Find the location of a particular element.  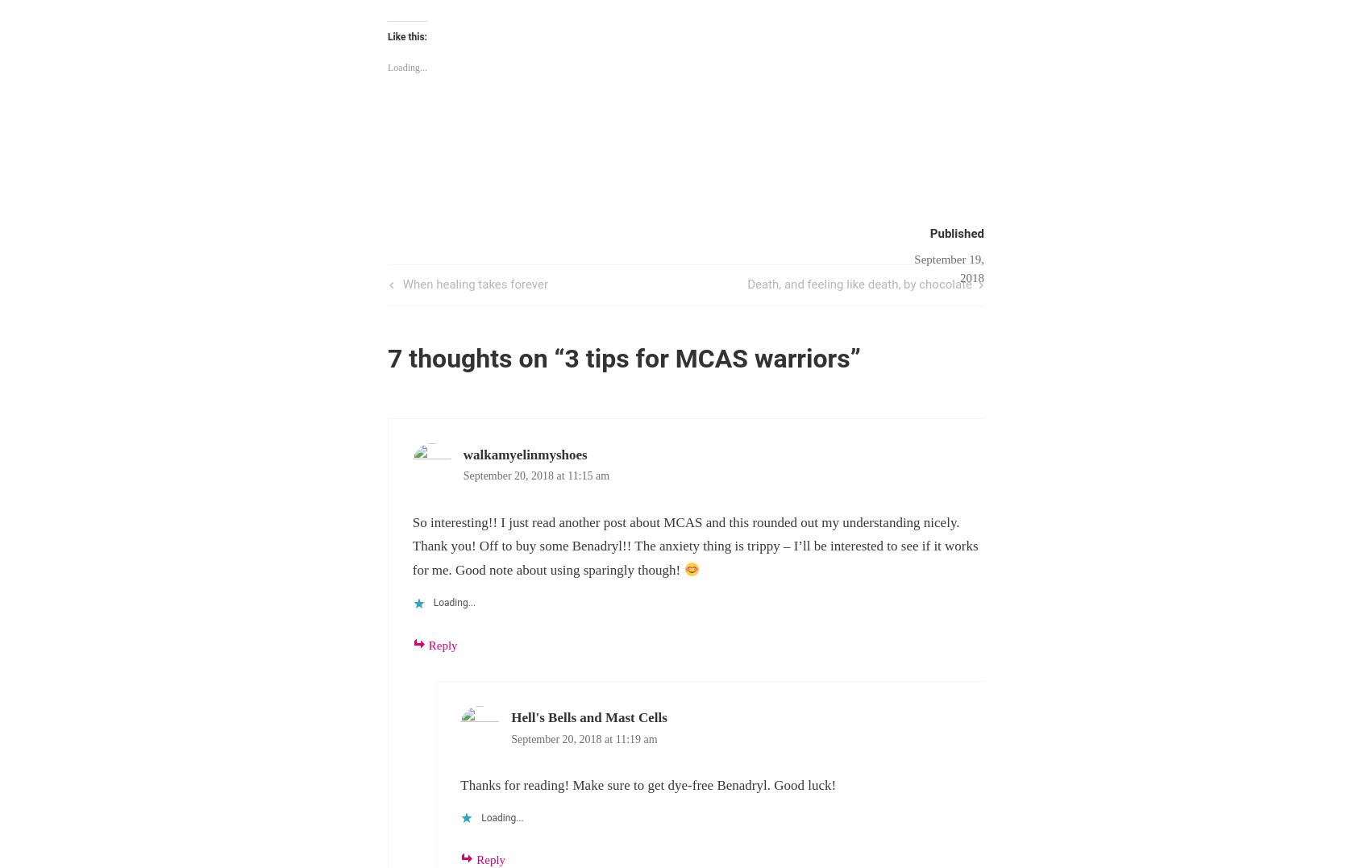

'So interesting!! I just read another post about MCAS and this rounded out my understanding nicely. Thank you! Off to buy some Benadryl!! The anxiety thing is trippy – I’ll be interested to see if it works for me. Good note about using sparingly though!' is located at coordinates (695, 545).